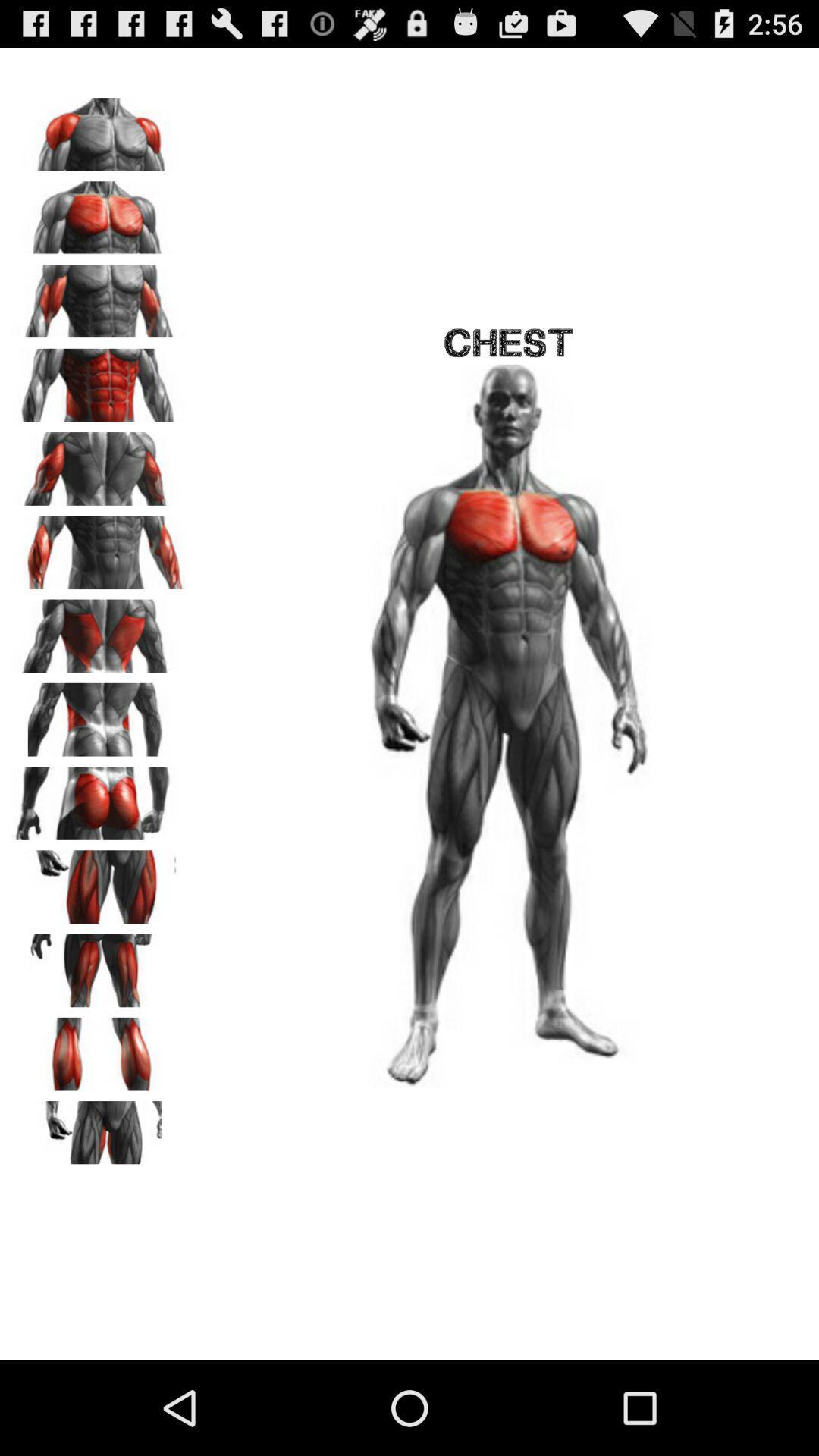  I want to click on the buttocks closer, so click(99, 797).